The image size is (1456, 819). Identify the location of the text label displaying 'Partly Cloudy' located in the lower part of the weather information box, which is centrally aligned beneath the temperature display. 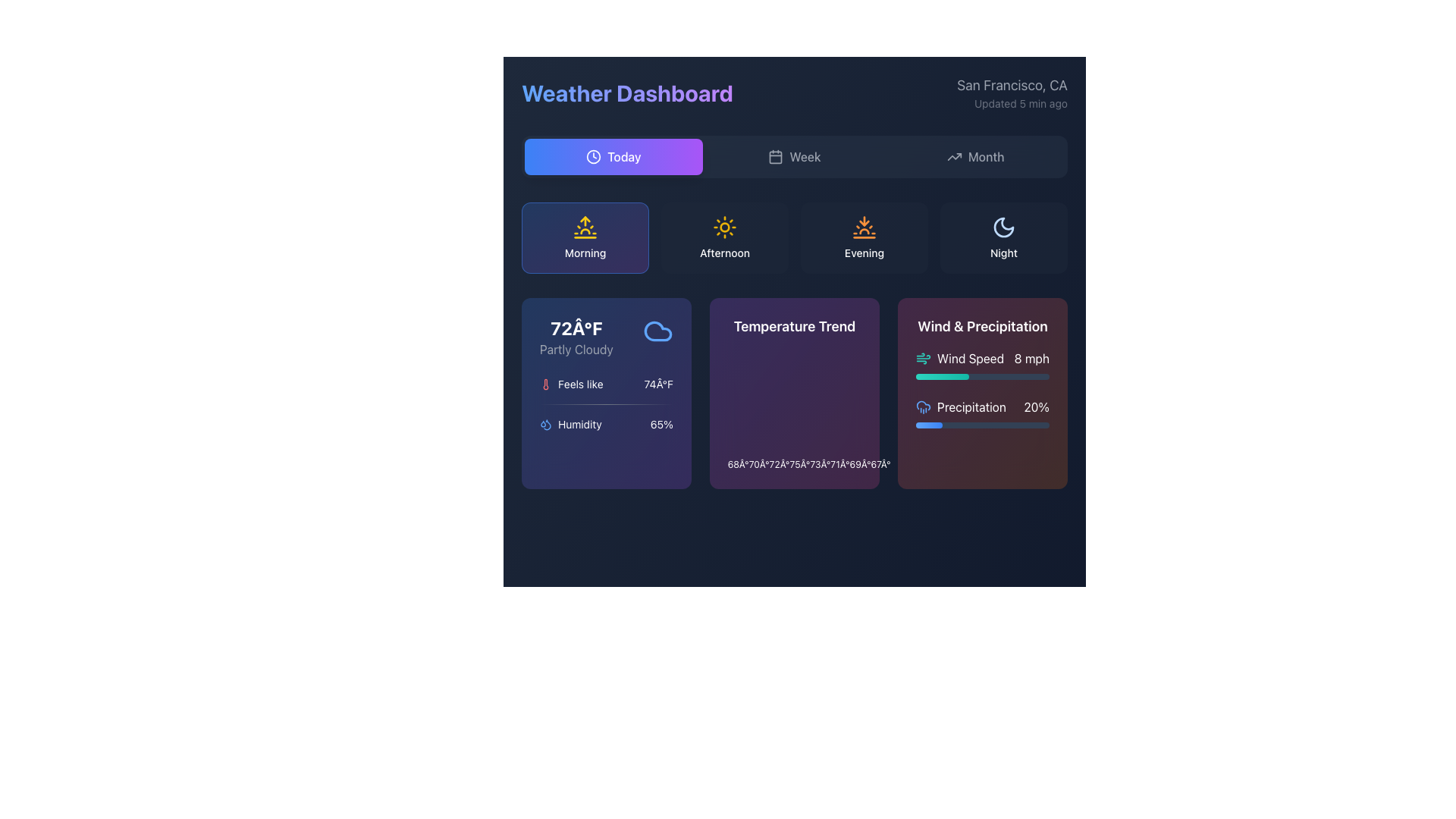
(576, 350).